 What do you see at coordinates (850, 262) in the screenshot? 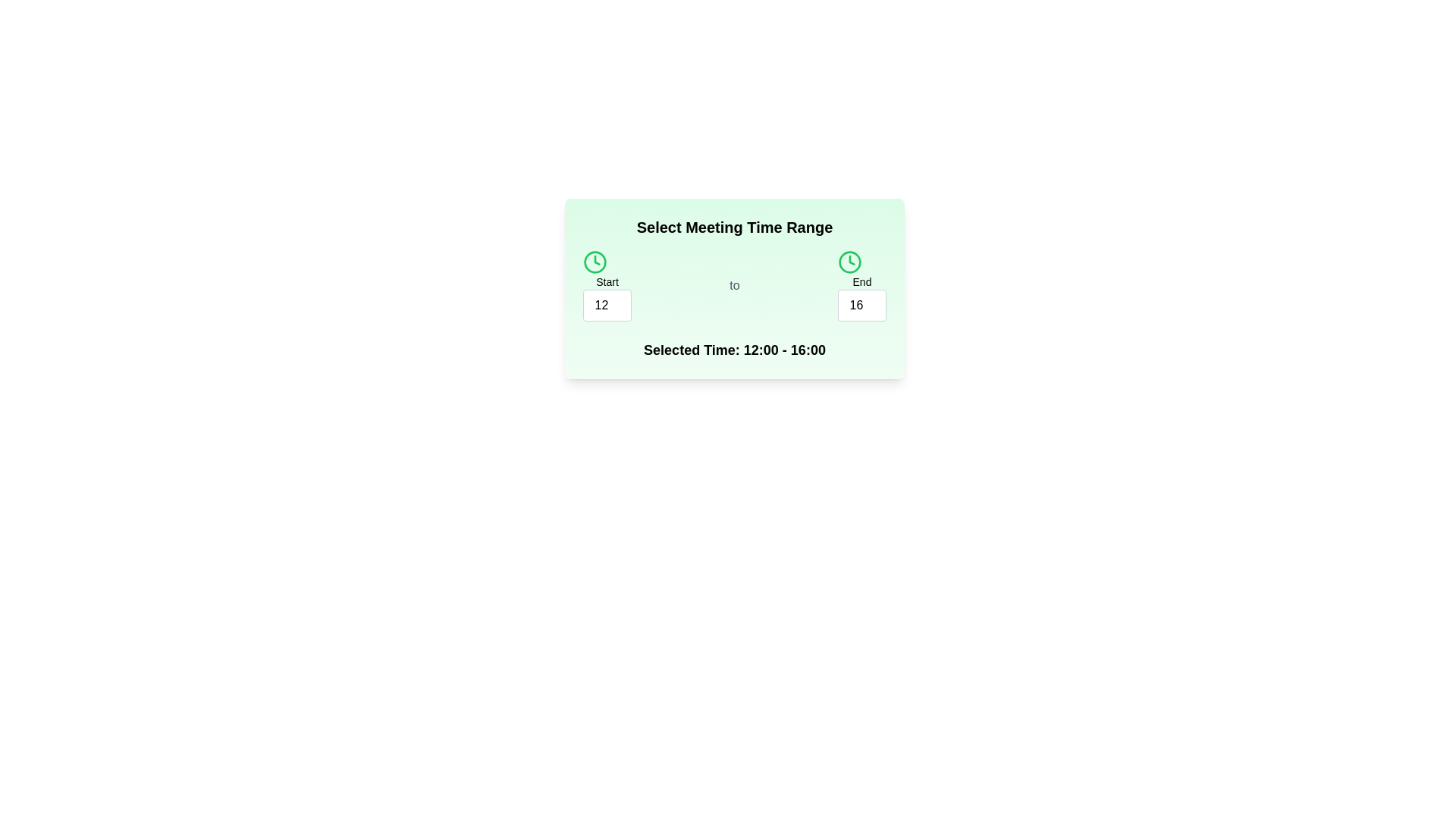
I see `the clock icon labeled end` at bounding box center [850, 262].